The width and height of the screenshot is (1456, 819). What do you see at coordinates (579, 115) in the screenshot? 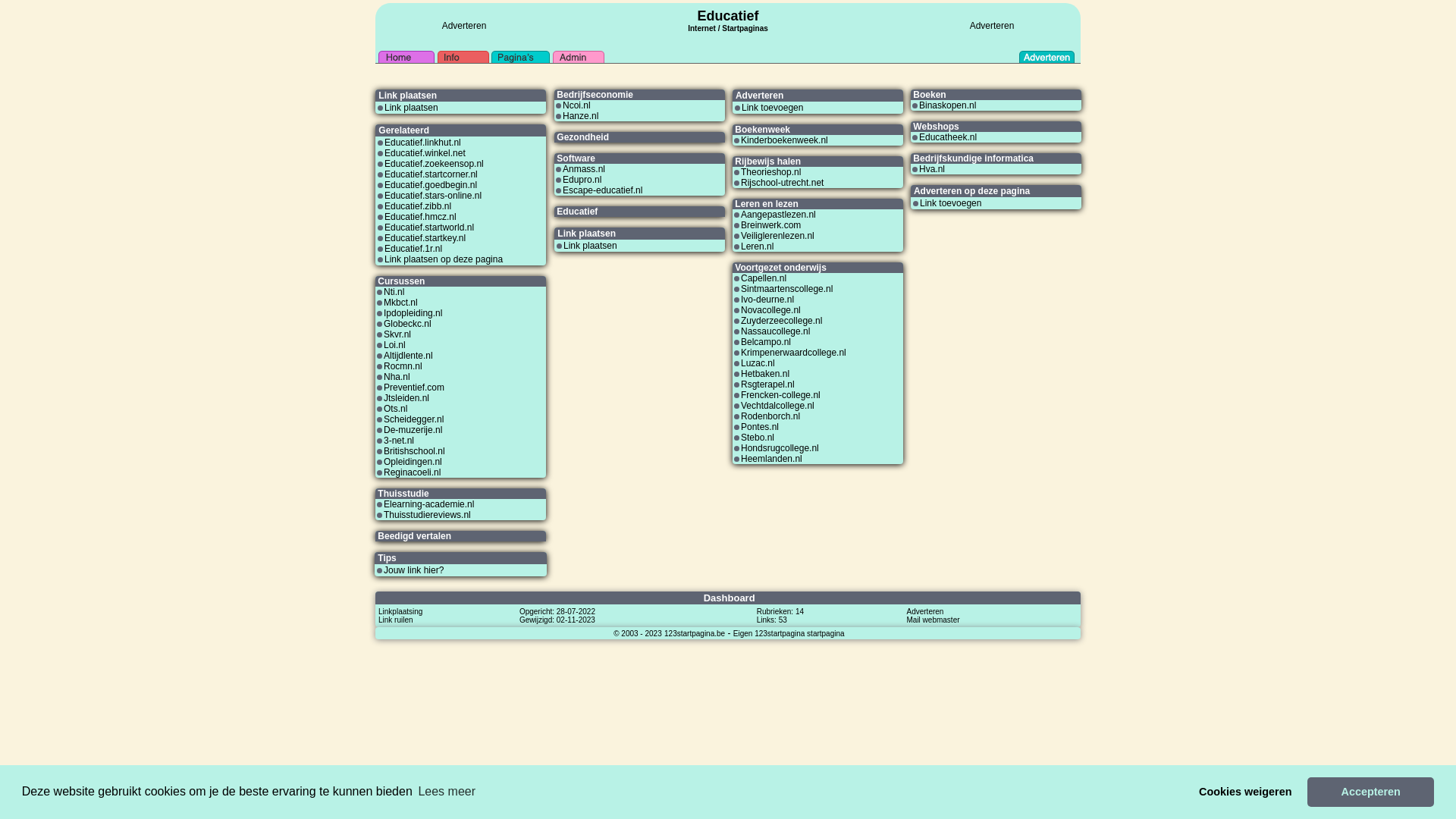
I see `'Hanze.nl'` at bounding box center [579, 115].